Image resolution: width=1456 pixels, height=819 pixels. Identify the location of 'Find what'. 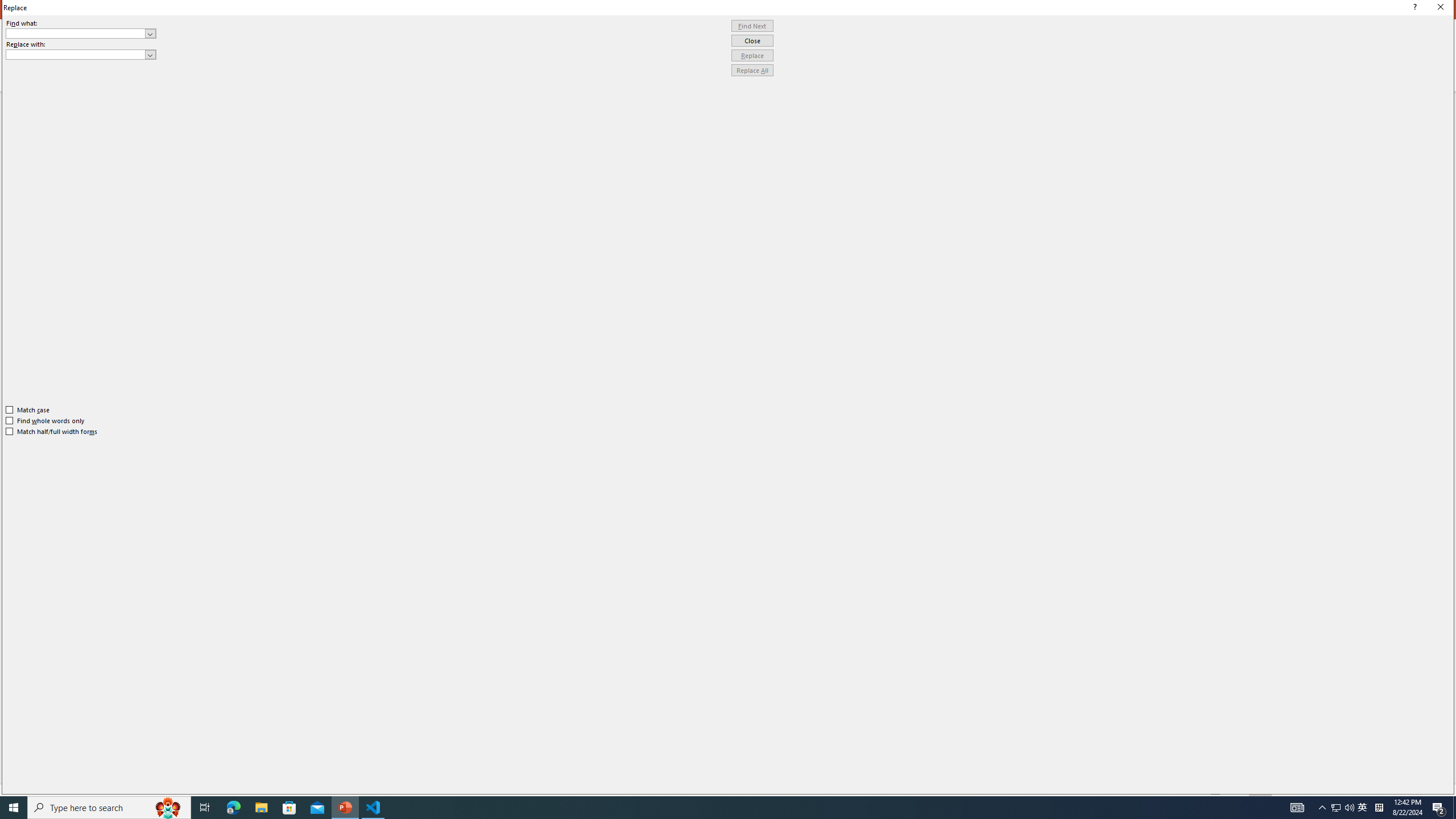
(81, 33).